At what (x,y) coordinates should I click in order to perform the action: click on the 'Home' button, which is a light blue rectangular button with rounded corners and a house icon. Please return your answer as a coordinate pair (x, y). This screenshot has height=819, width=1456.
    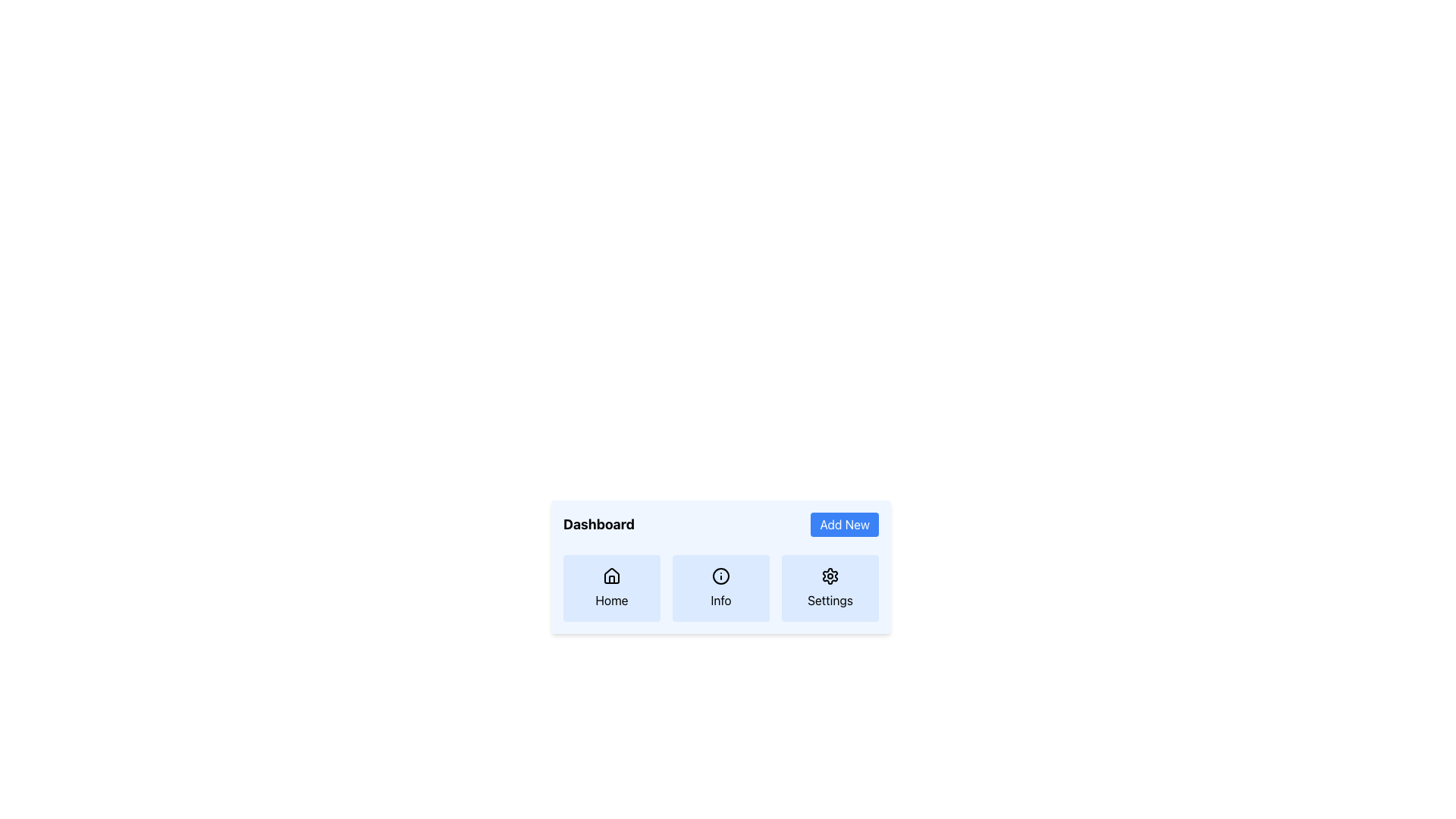
    Looking at the image, I should click on (611, 587).